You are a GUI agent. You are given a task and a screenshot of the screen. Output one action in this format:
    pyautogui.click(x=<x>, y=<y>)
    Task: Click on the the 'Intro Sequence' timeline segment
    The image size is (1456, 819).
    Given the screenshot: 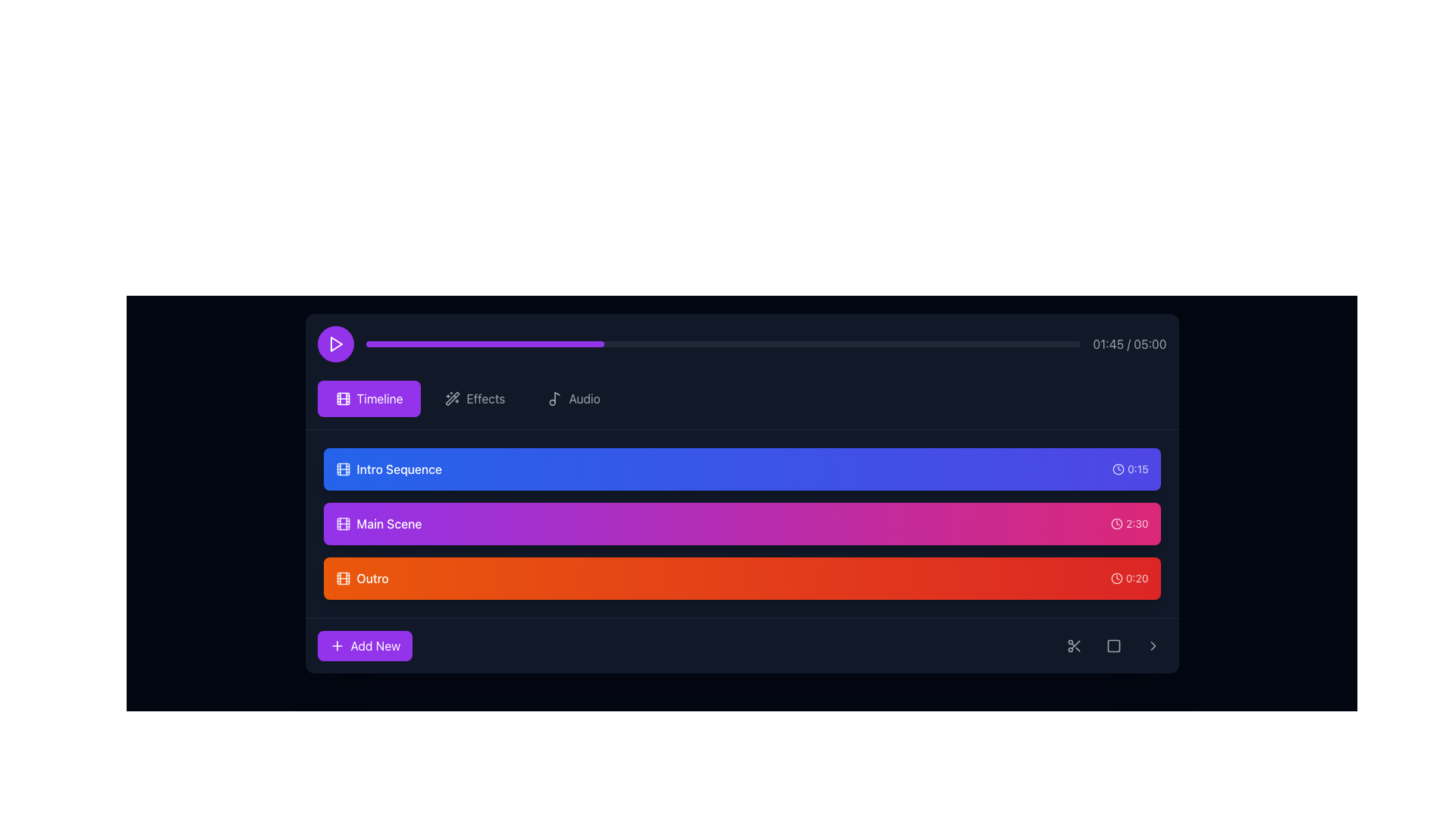 What is the action you would take?
    pyautogui.click(x=742, y=468)
    